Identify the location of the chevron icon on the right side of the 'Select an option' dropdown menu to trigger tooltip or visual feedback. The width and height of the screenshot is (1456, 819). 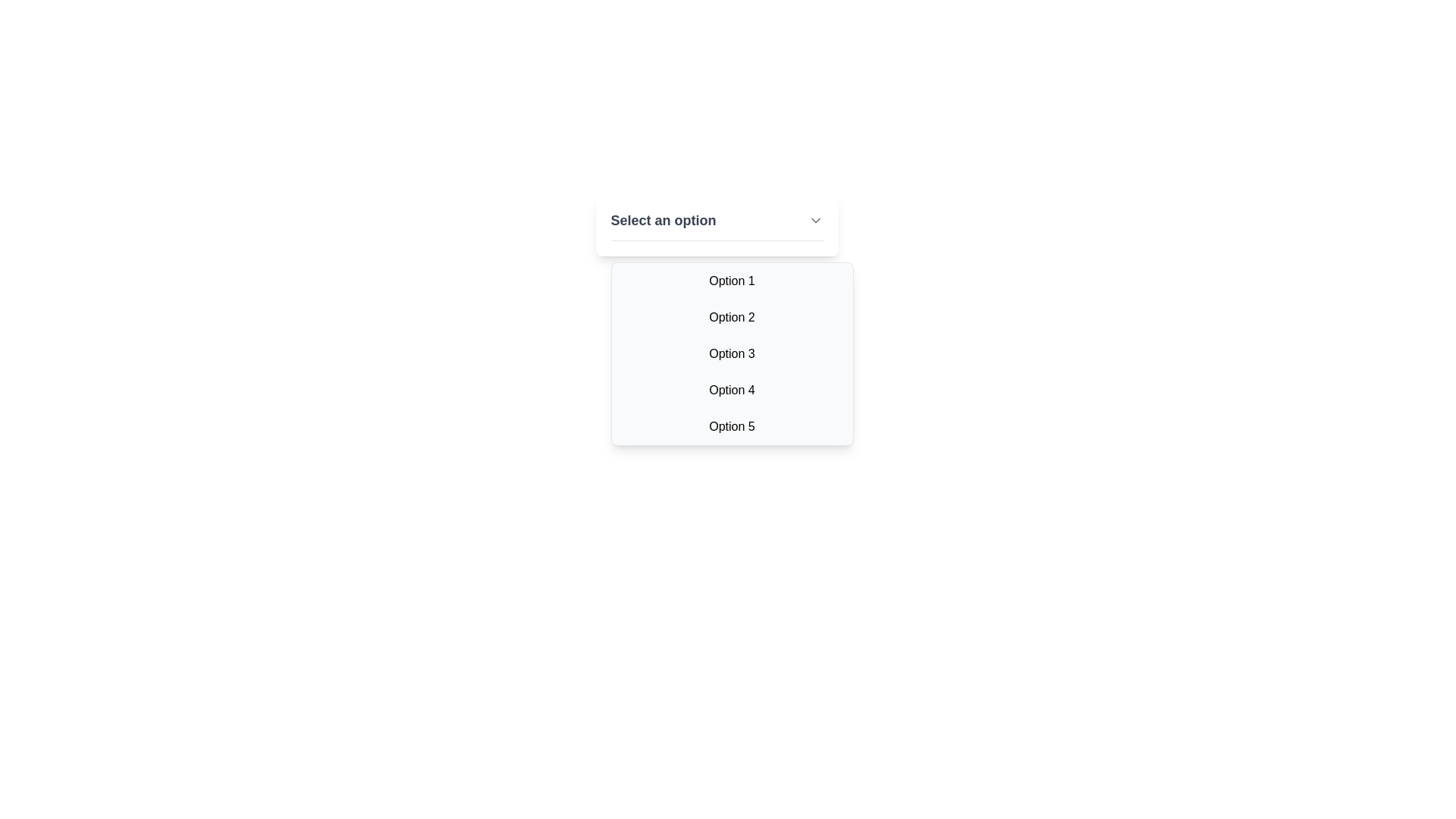
(814, 220).